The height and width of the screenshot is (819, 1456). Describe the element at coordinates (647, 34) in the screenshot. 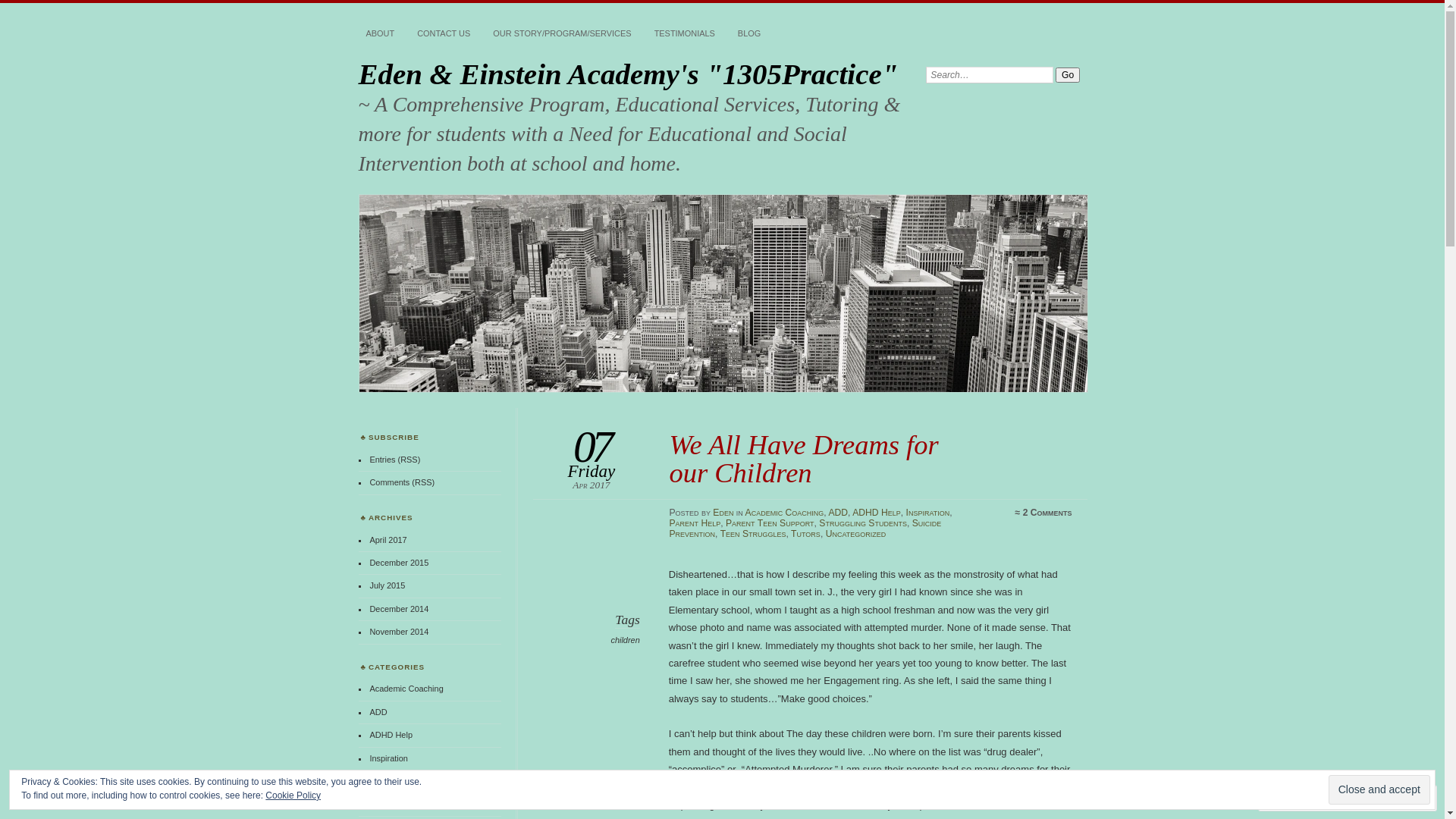

I see `'TESTIMONIALS'` at that location.